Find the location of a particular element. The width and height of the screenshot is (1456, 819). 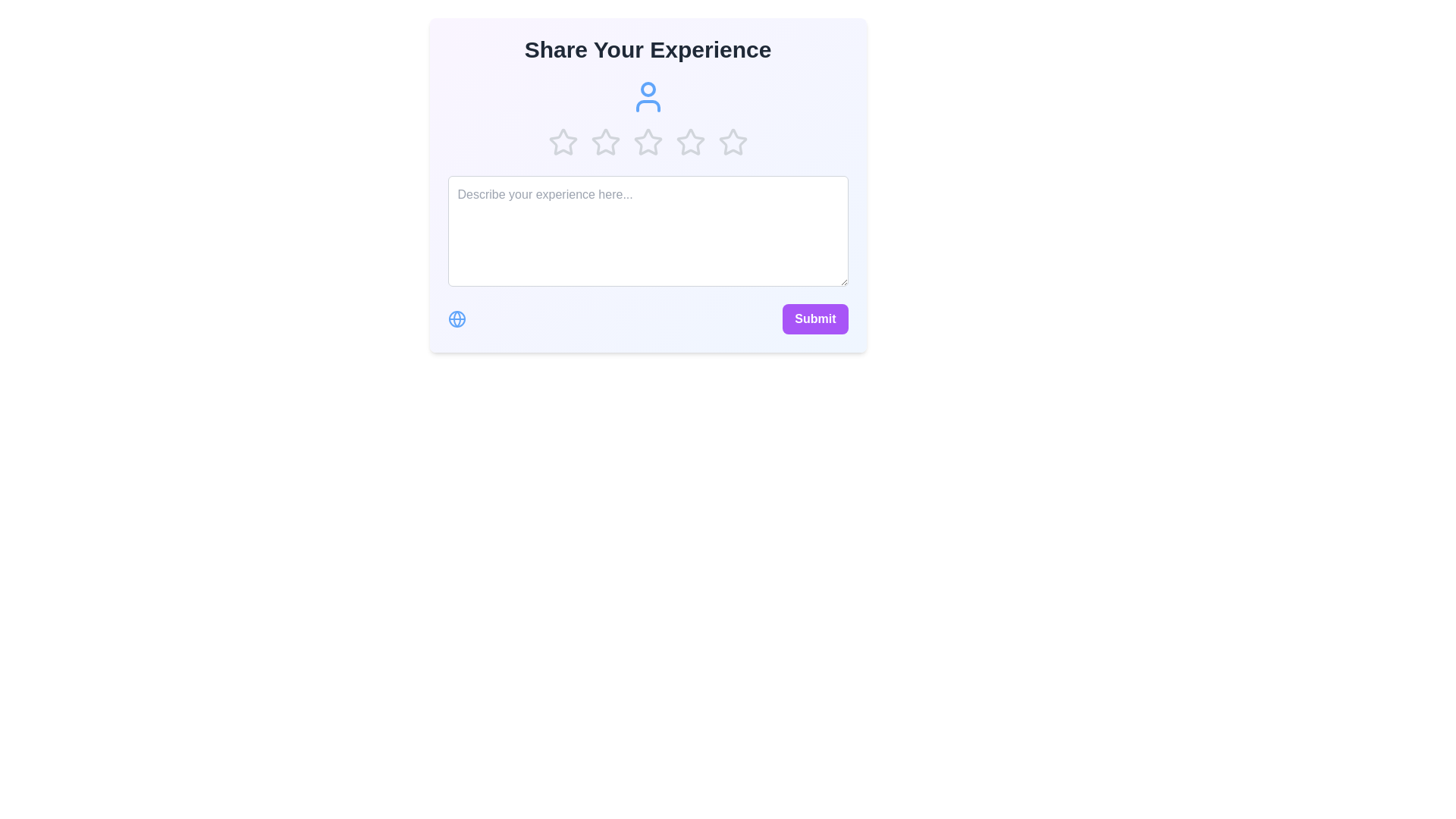

the prominent user-related icon located centrally at the top of the interface, above the star rating icons is located at coordinates (648, 96).